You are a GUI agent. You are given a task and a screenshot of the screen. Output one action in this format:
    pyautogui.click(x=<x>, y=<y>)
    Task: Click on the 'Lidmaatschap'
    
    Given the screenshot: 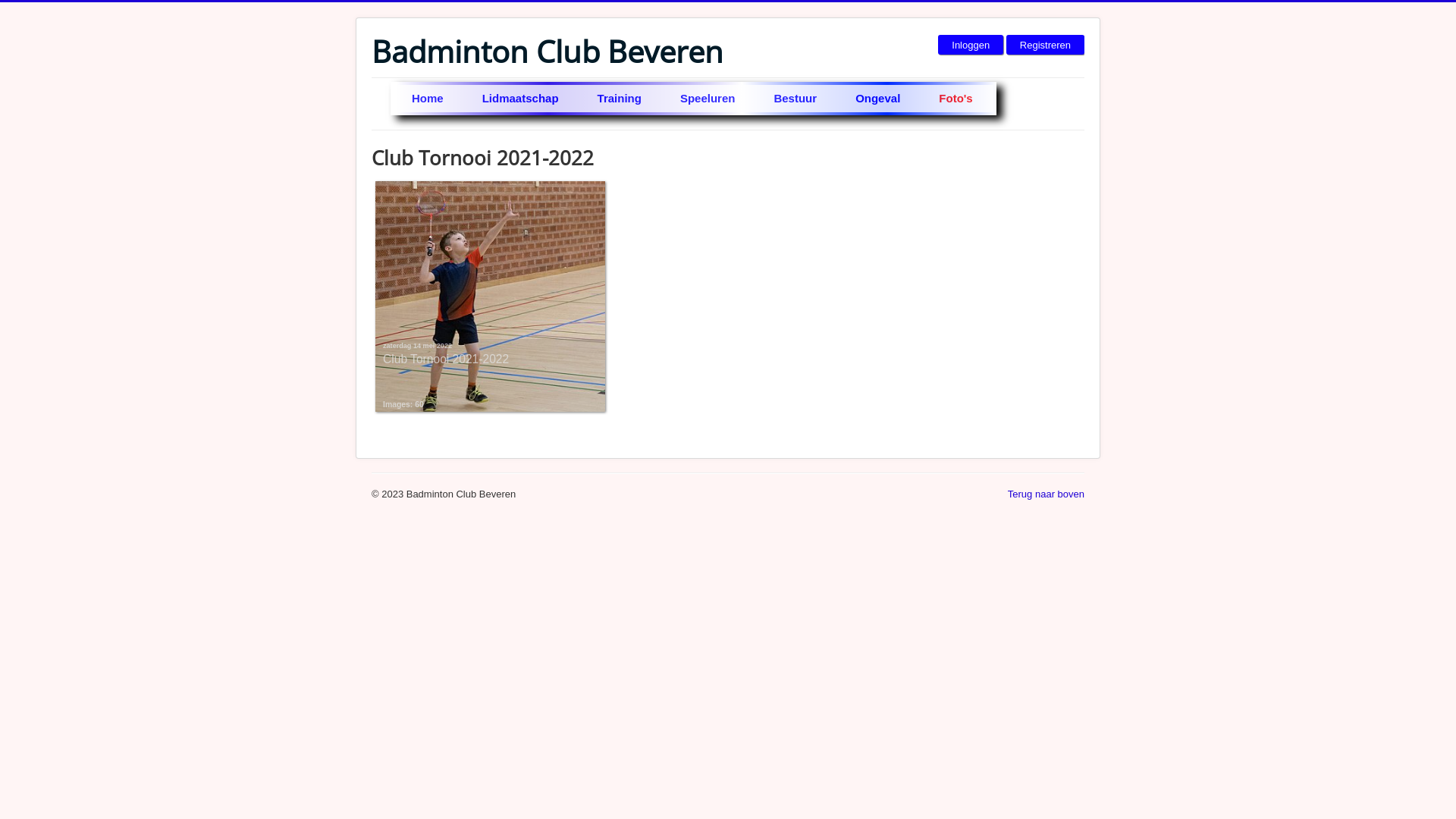 What is the action you would take?
    pyautogui.click(x=463, y=99)
    